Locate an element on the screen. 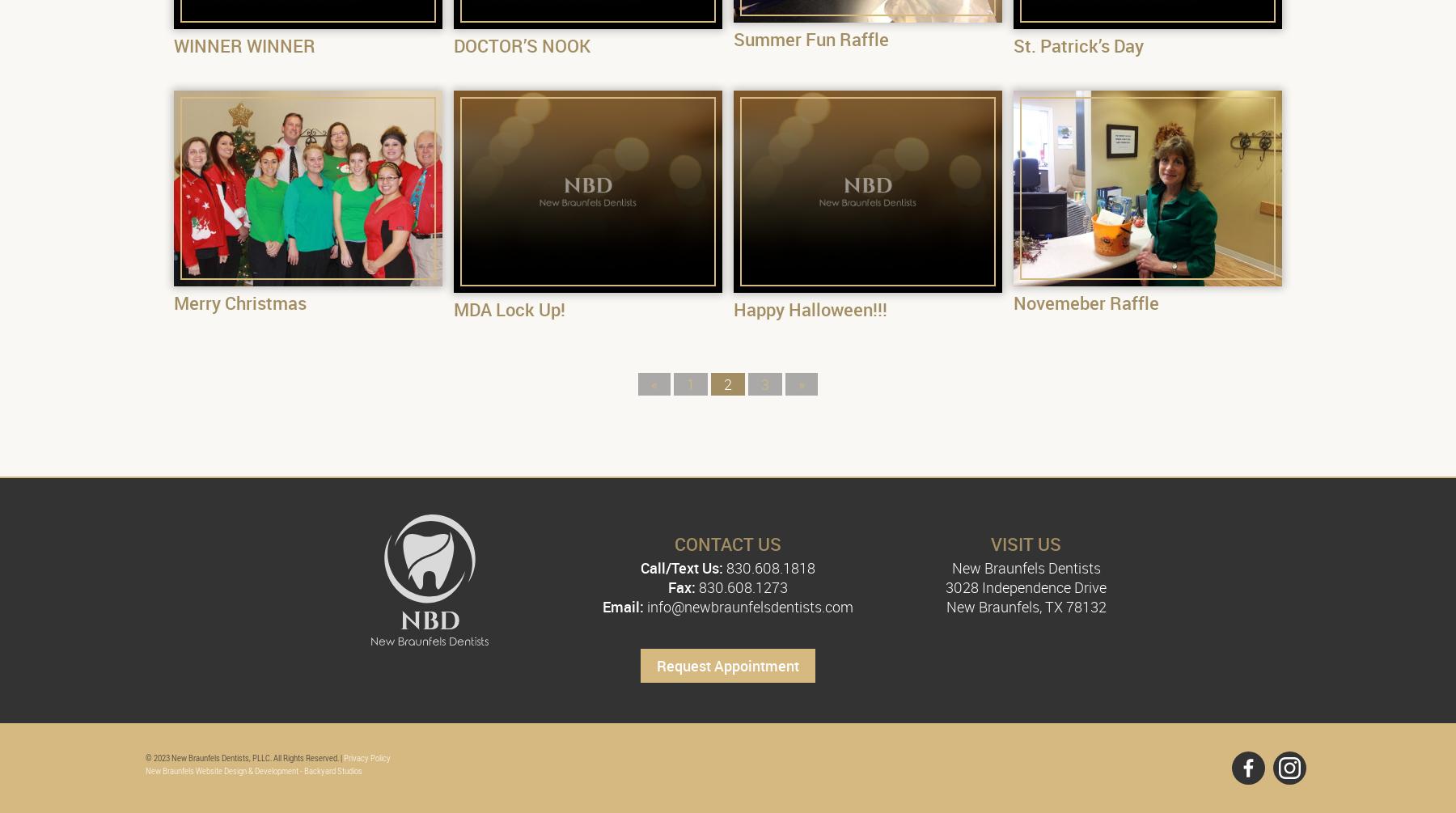 The height and width of the screenshot is (813, 1456). 'Request Appointment' is located at coordinates (656, 665).